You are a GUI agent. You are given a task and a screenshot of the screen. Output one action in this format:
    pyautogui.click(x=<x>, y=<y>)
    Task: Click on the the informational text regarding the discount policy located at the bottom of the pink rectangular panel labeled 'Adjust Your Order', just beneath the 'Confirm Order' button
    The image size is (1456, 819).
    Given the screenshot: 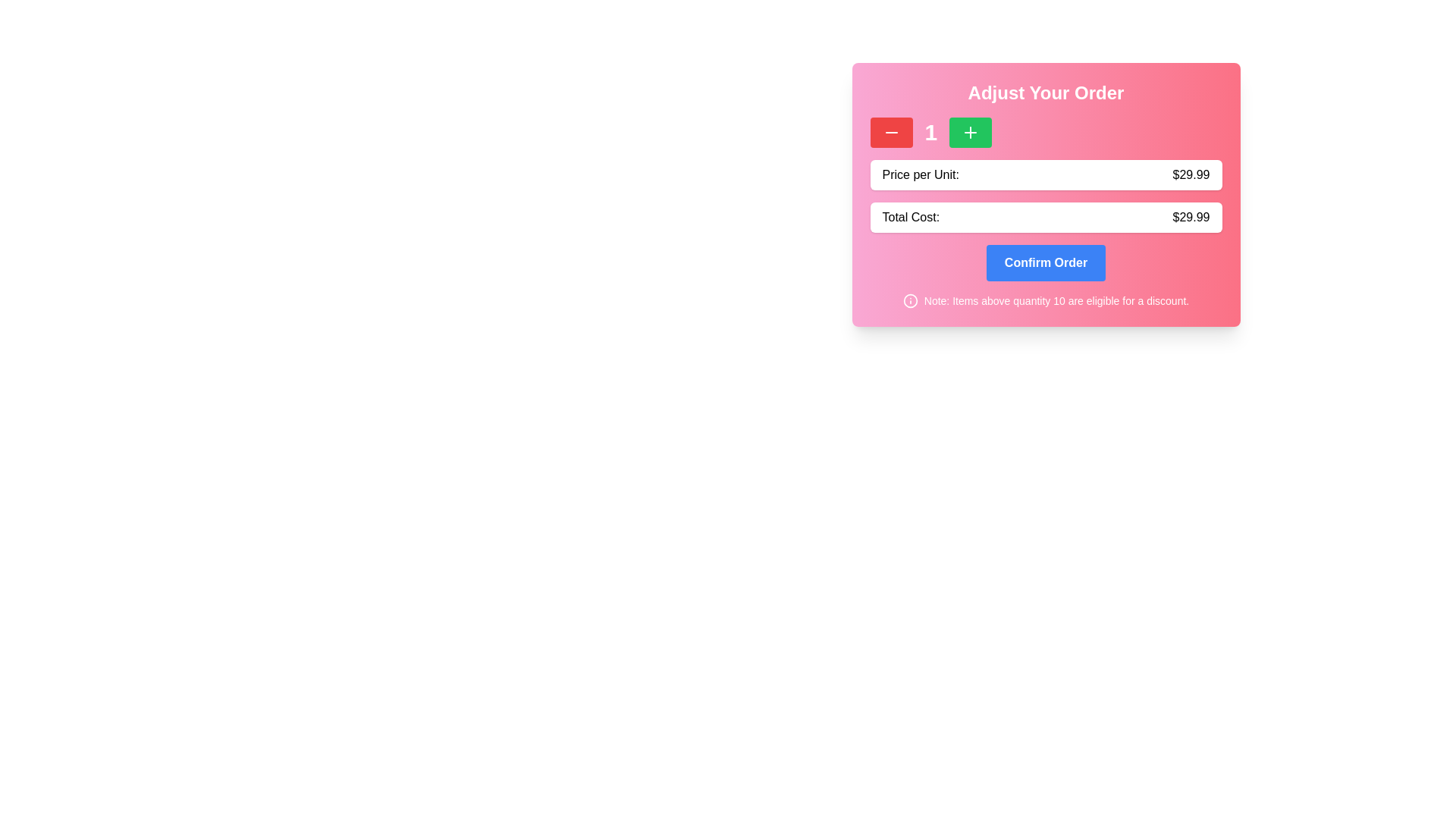 What is the action you would take?
    pyautogui.click(x=1045, y=301)
    